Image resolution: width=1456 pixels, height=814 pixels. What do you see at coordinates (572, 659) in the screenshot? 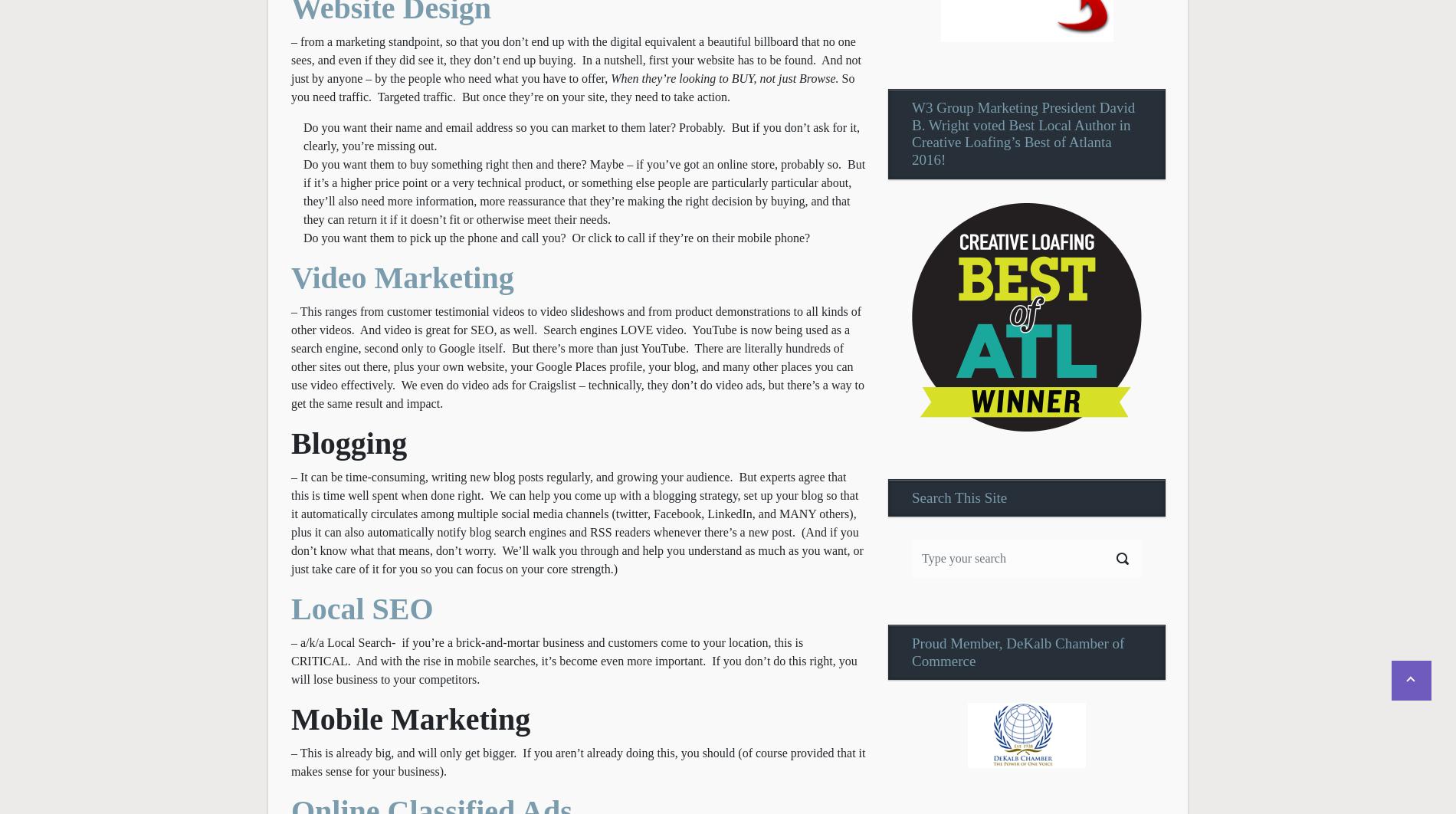
I see `'– a/k/a Local Search-  if you’re a brick-and-mortar business and customers come to your location, this is CRITICAL.  And with the rise in mobile searches, it’s become even more important.  If you don’t do this right, you will lose business to your competitors.'` at bounding box center [572, 659].